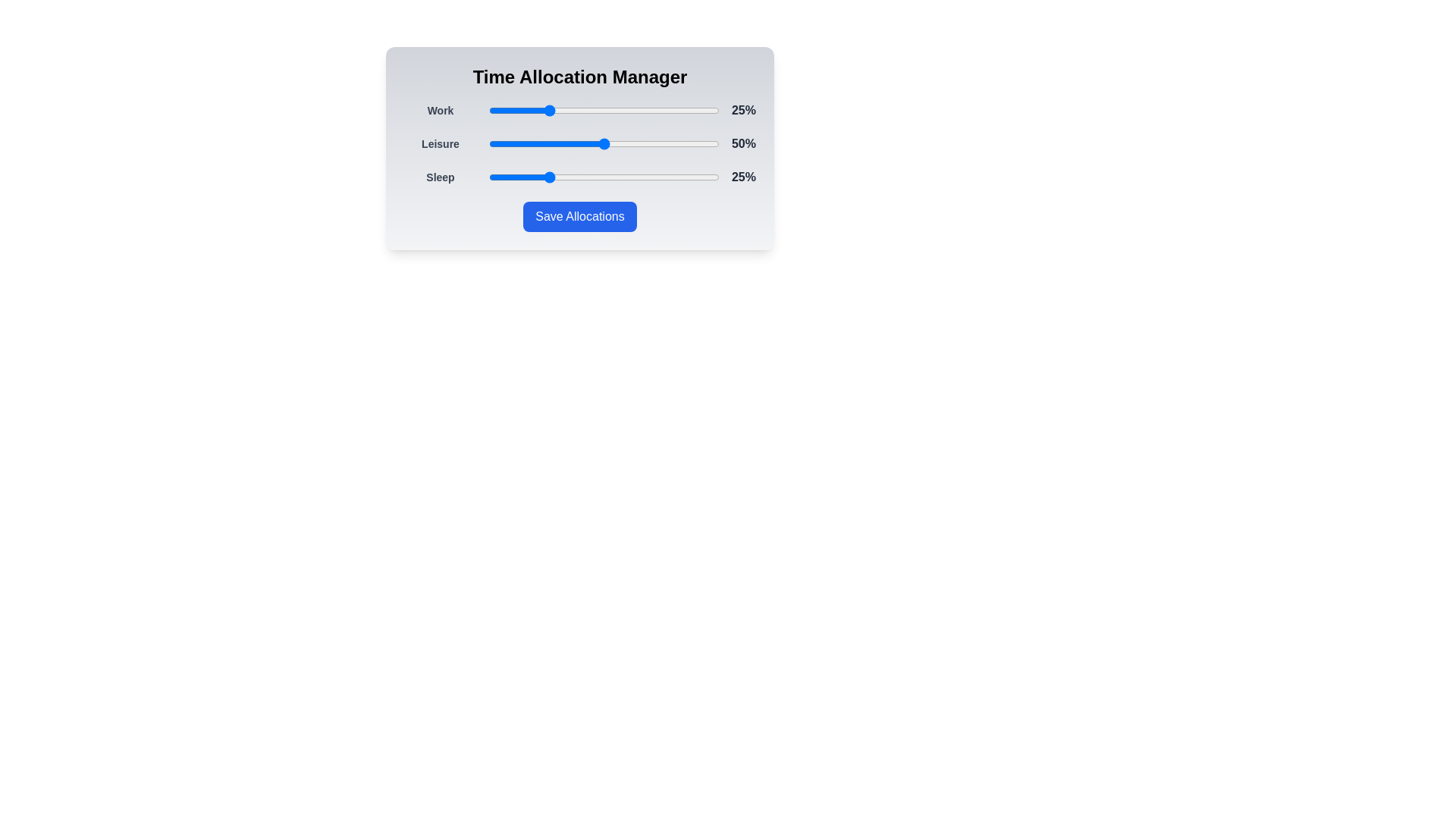 This screenshot has height=819, width=1456. Describe the element at coordinates (550, 110) in the screenshot. I see `the Work slider to 27%` at that location.